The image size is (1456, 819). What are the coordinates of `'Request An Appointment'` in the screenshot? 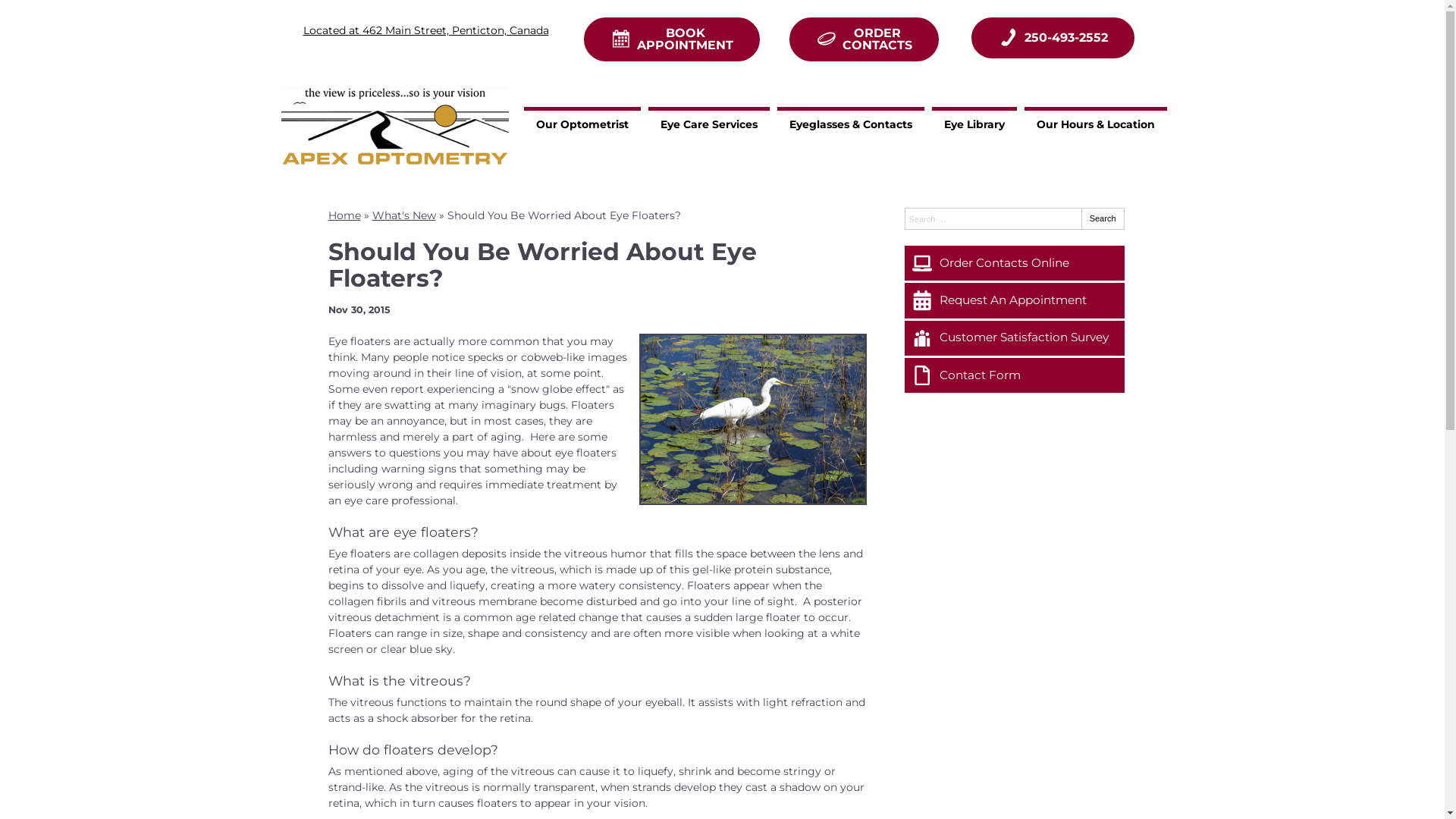 It's located at (1014, 300).